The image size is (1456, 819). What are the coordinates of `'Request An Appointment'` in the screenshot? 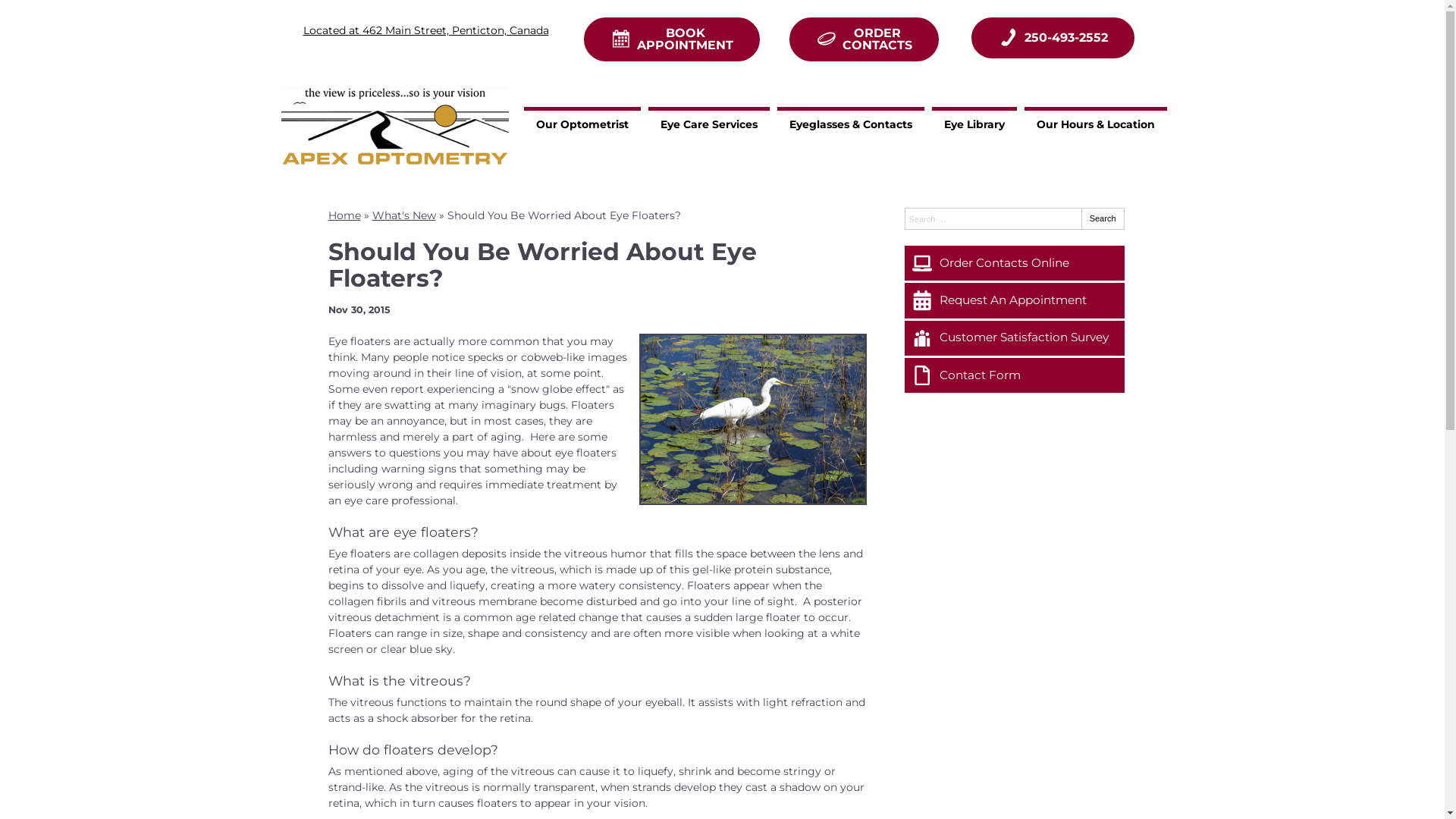 It's located at (1014, 300).